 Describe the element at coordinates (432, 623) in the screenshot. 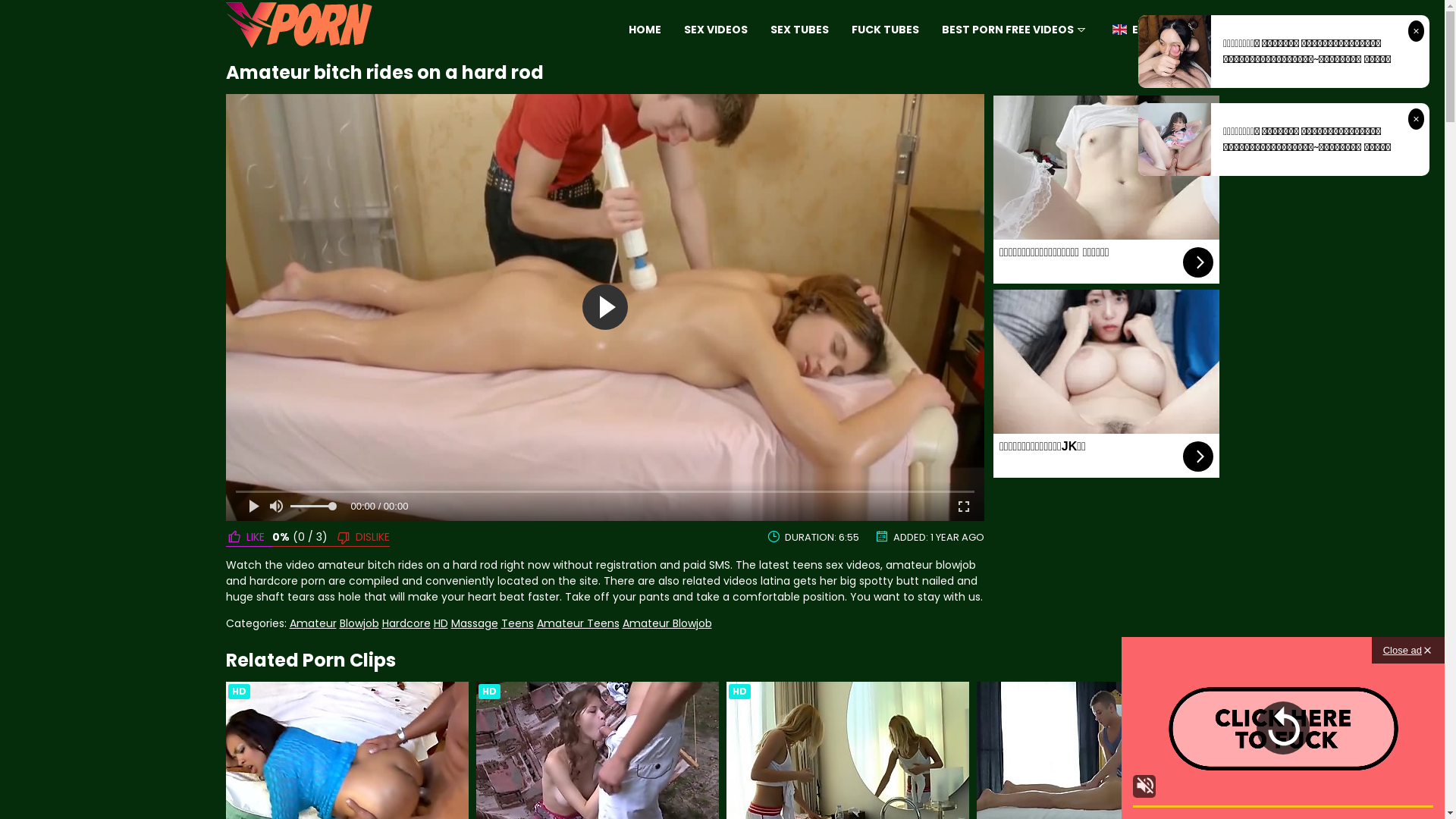

I see `'HD'` at that location.